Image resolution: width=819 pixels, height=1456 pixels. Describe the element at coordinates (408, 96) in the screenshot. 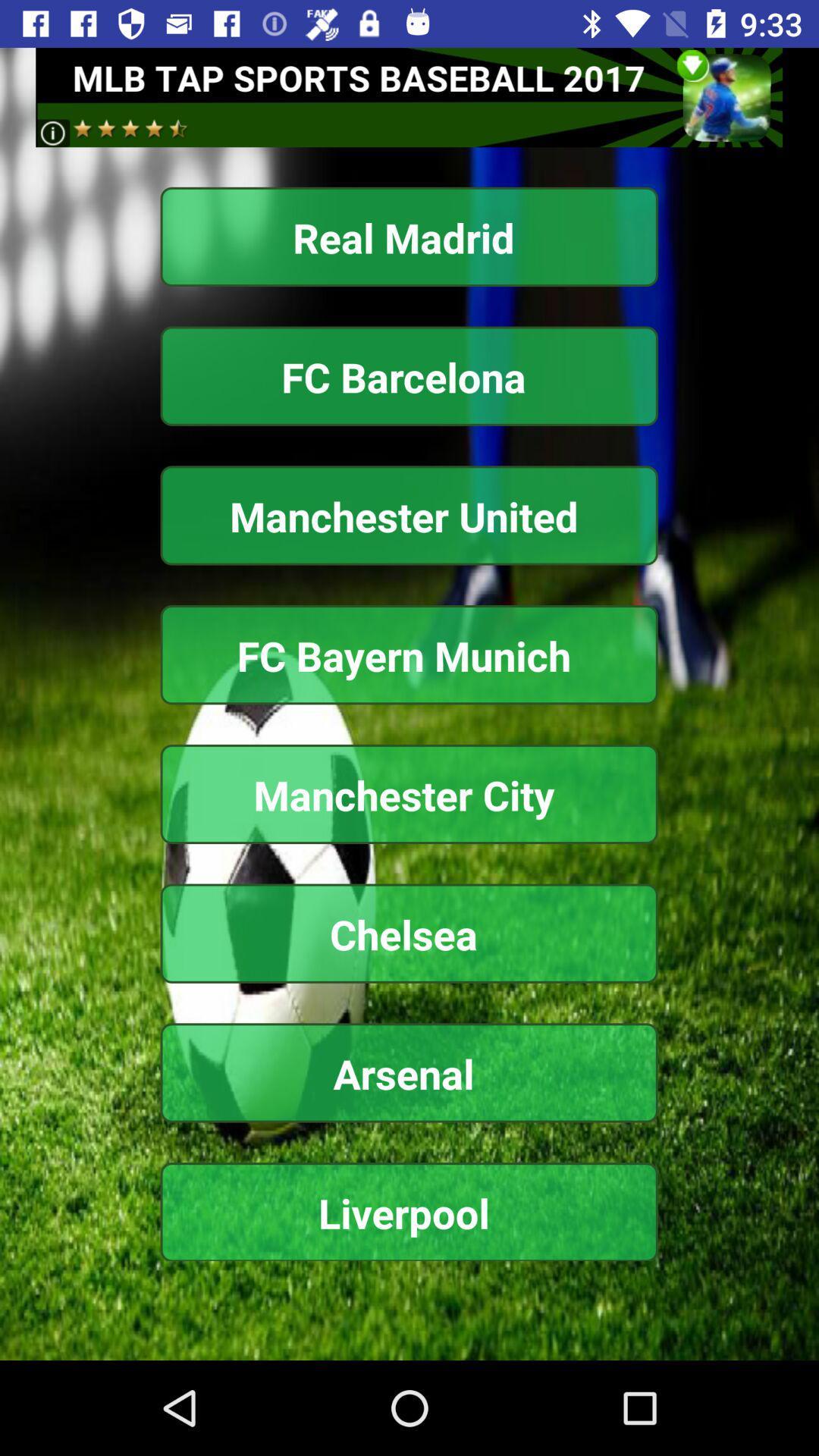

I see `an advertisement` at that location.